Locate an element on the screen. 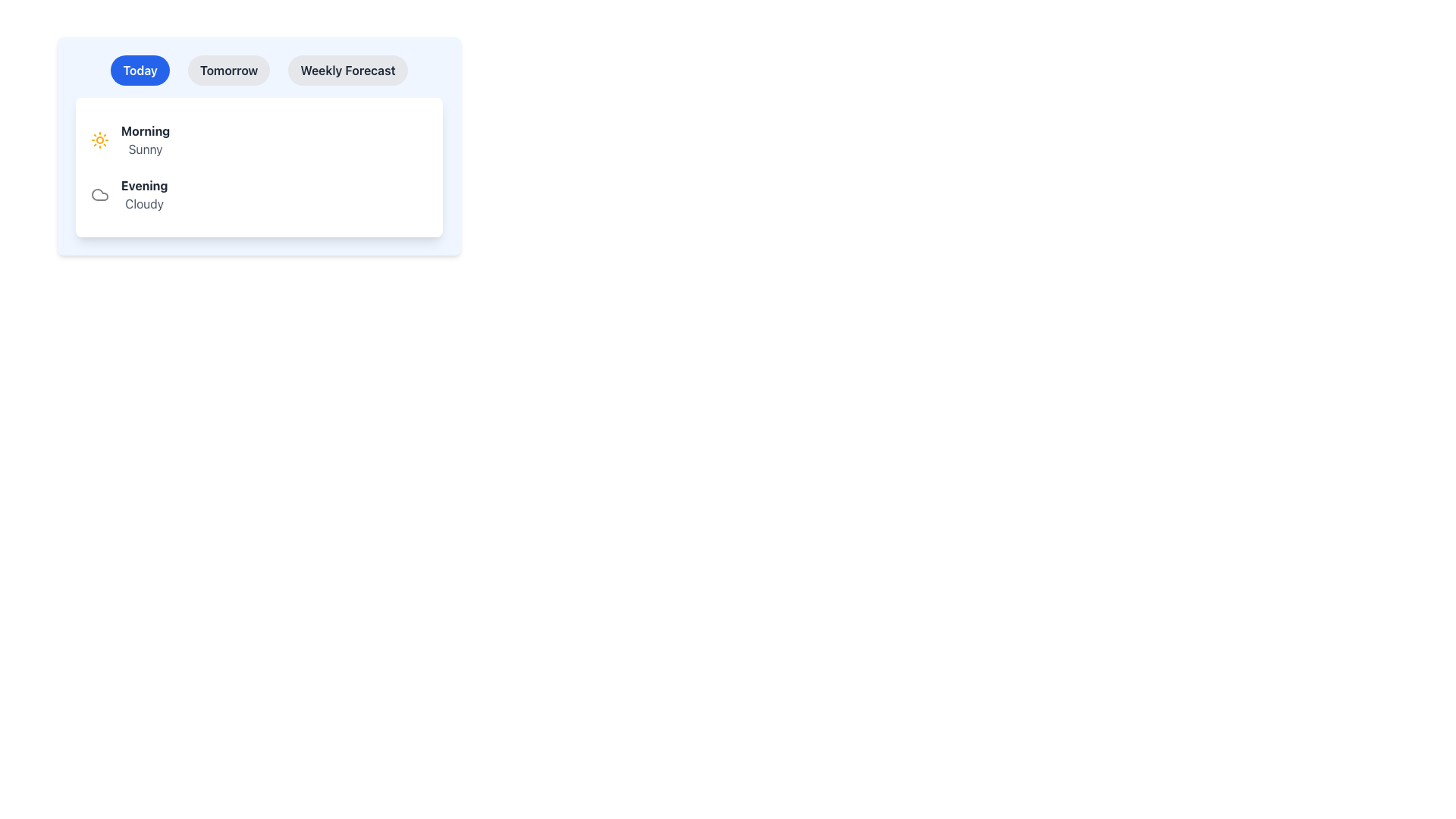 This screenshot has width=1456, height=819. the 'Cloudy' text label, which is styled in gray with a lighter font weight, located below the bold 'Evening' label in the weather forecast card is located at coordinates (144, 203).